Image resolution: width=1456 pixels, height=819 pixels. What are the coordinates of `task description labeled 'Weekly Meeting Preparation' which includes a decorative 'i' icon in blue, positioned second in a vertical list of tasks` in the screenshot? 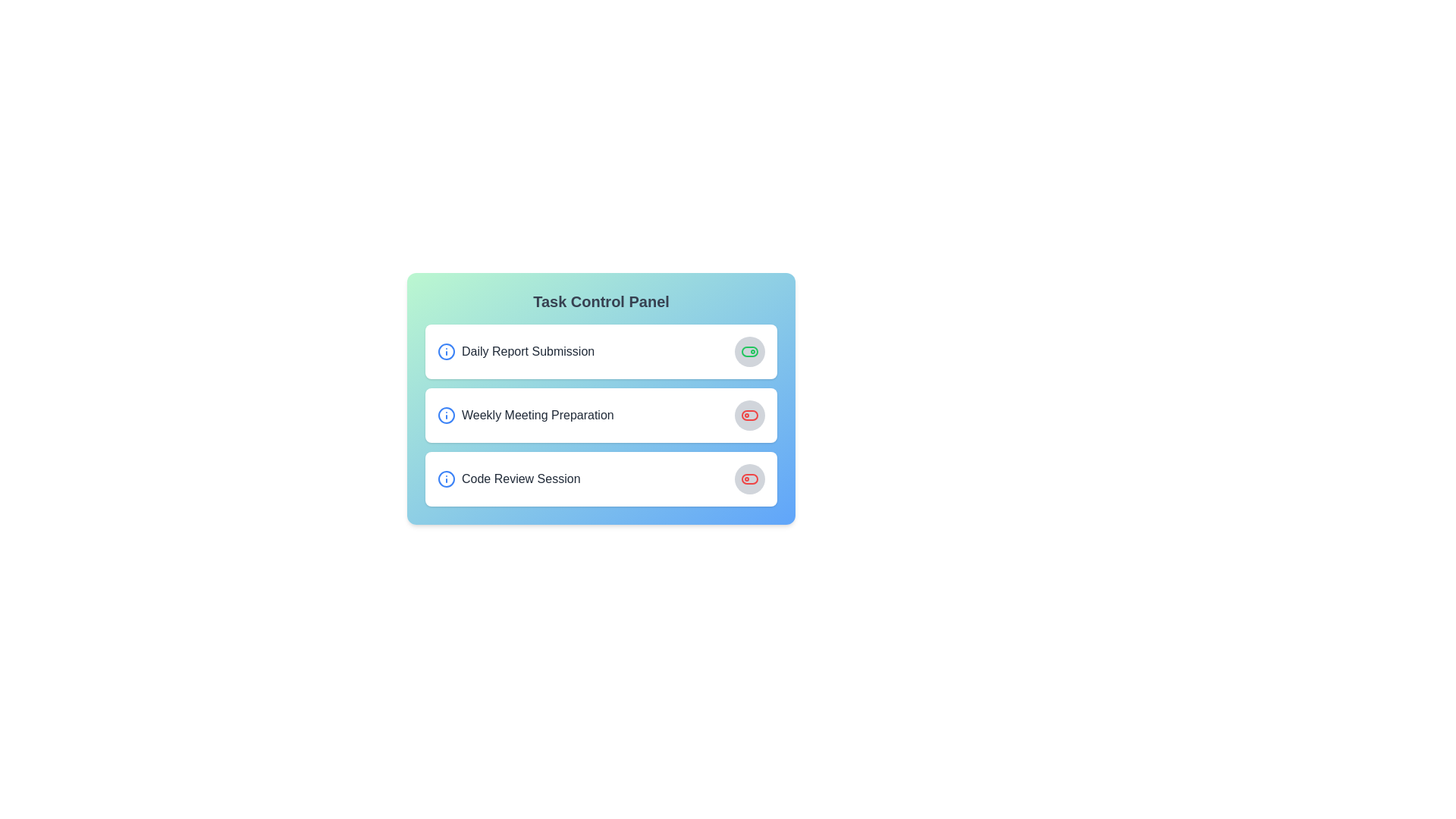 It's located at (526, 415).